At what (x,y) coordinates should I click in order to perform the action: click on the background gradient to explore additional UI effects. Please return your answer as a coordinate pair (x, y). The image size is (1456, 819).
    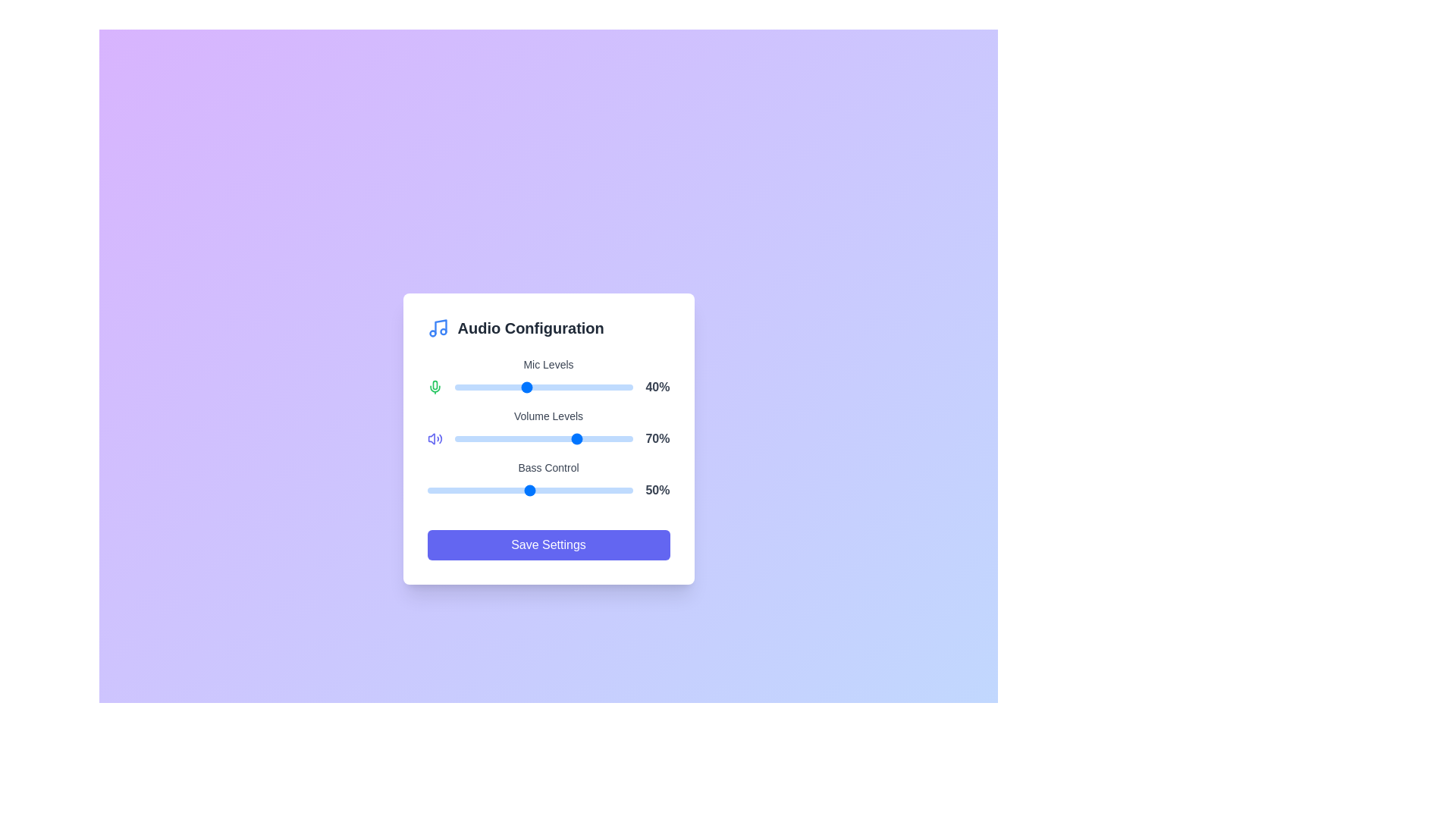
    Looking at the image, I should click on (548, 438).